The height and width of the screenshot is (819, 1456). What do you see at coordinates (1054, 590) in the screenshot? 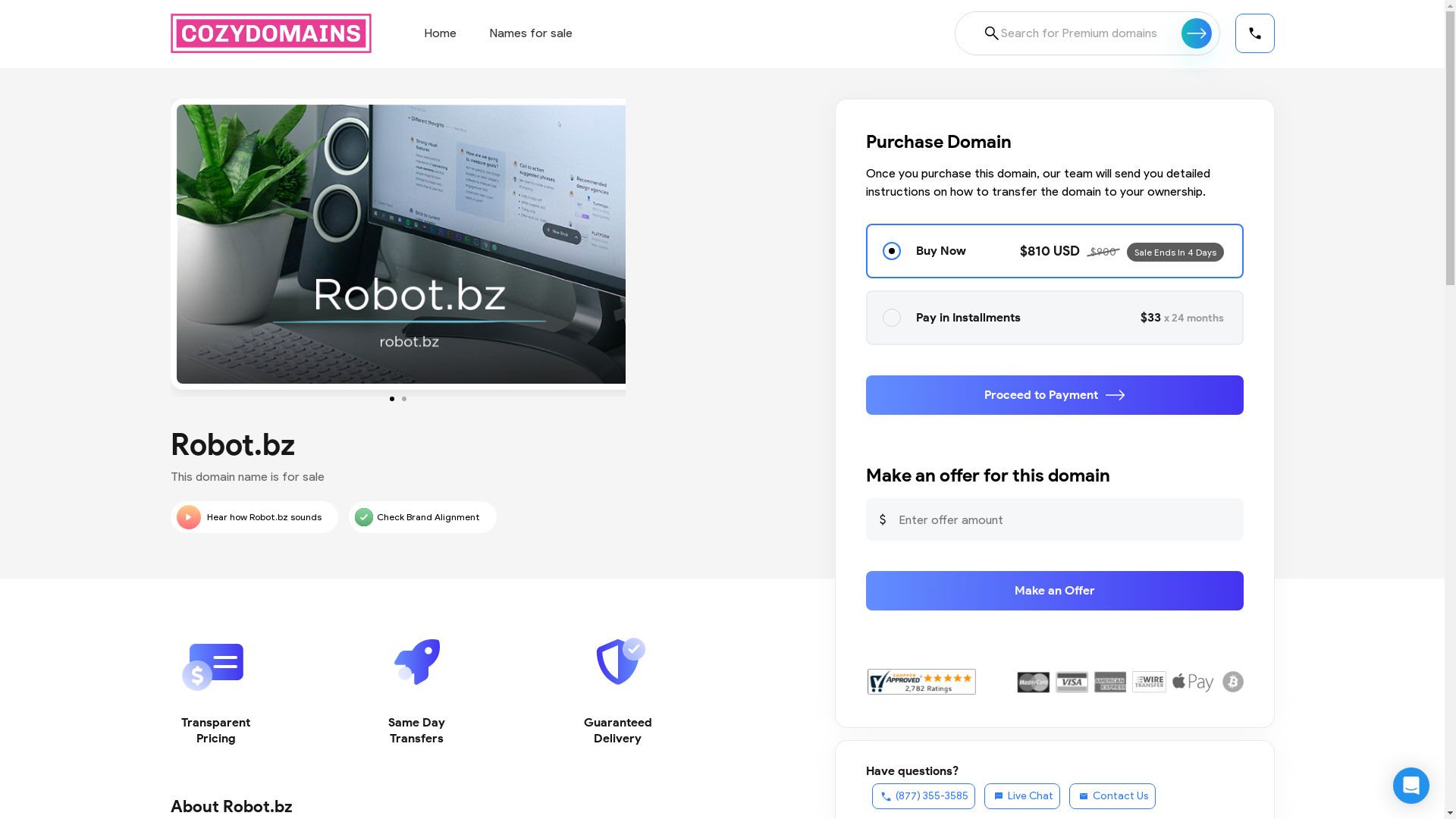
I see `'Make an Offer'` at bounding box center [1054, 590].